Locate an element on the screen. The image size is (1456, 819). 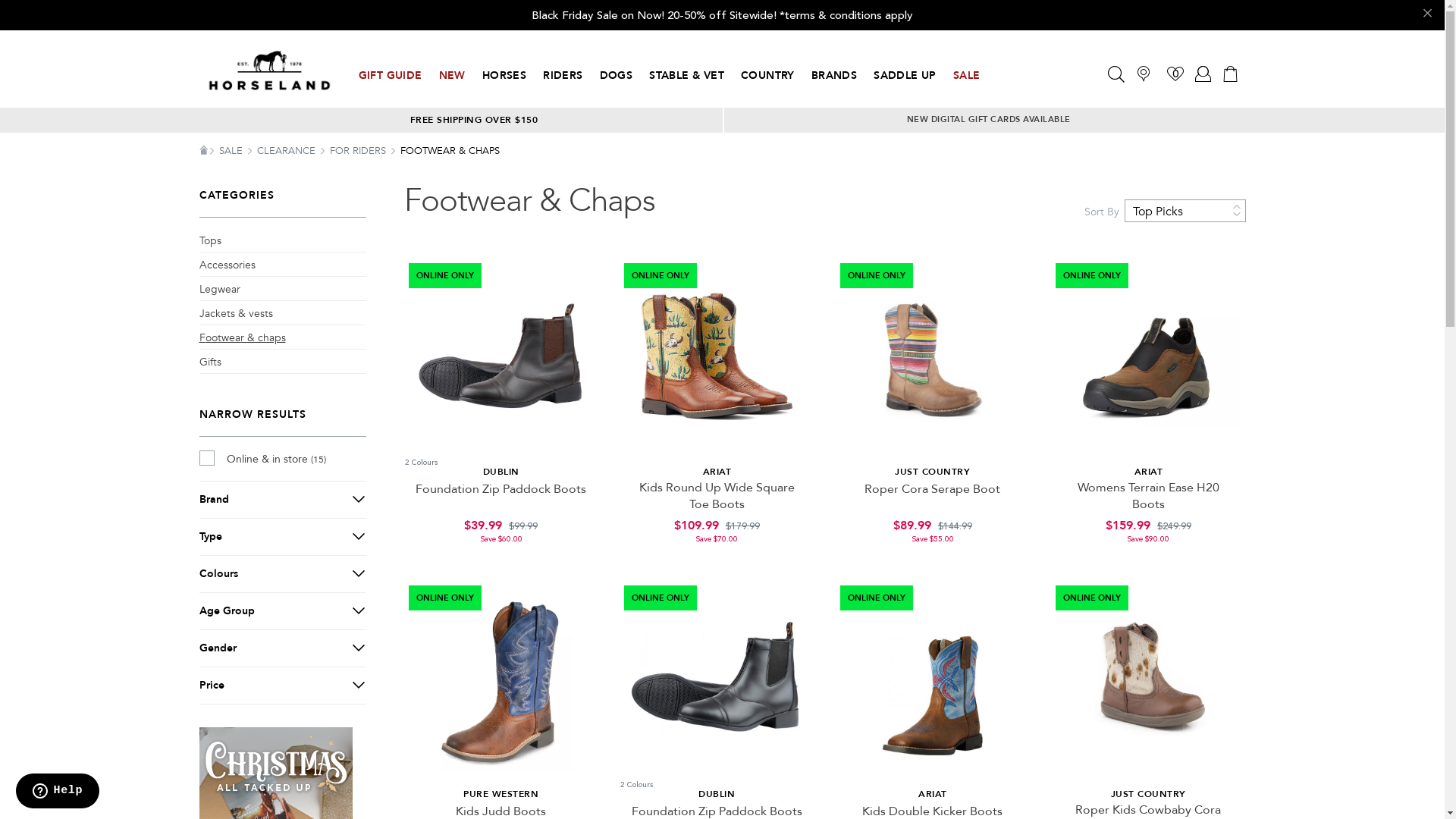
'SALE' is located at coordinates (218, 151).